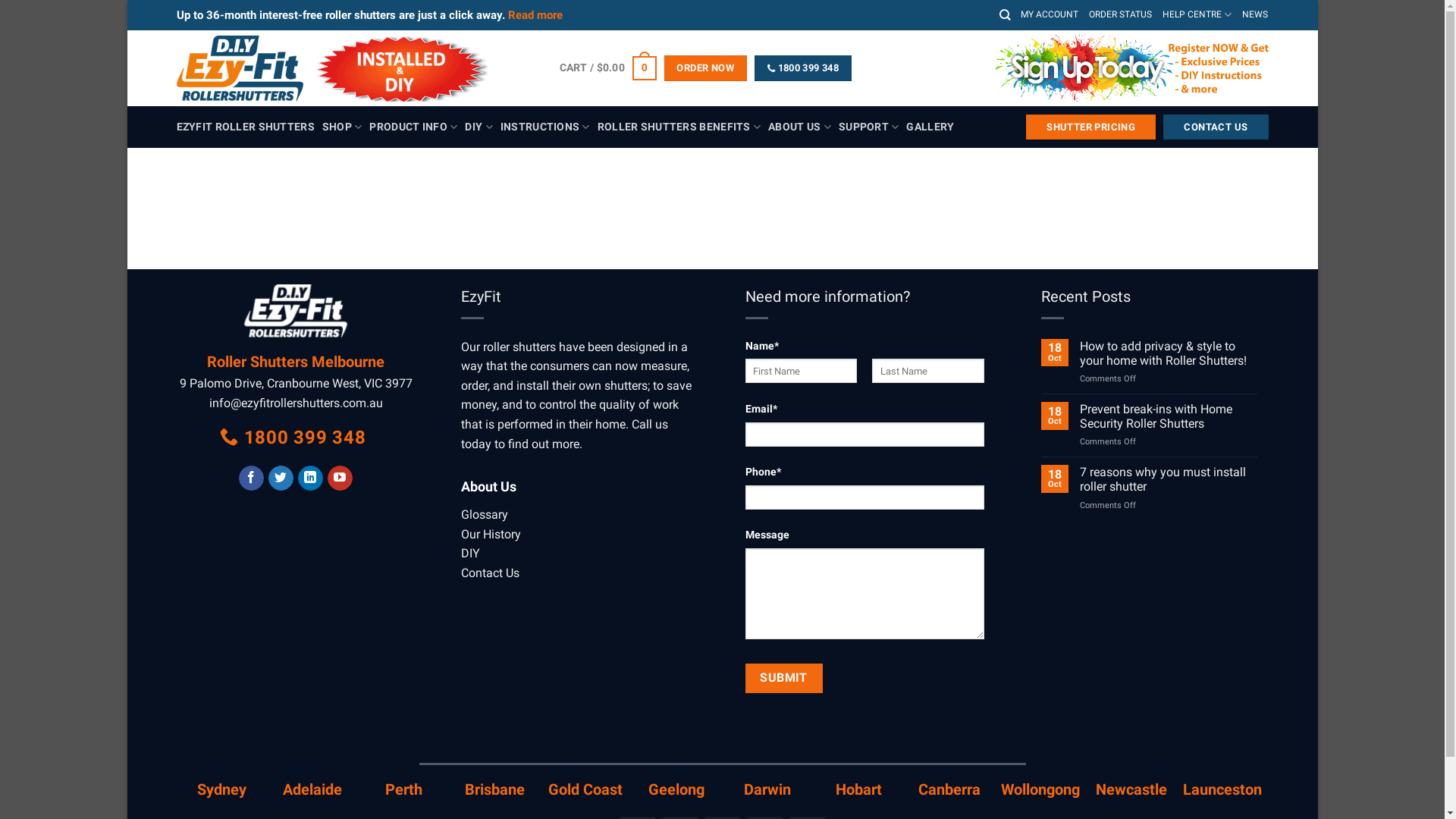 Image resolution: width=1456 pixels, height=819 pixels. I want to click on 'SHUTTER PRICING', so click(1090, 127).